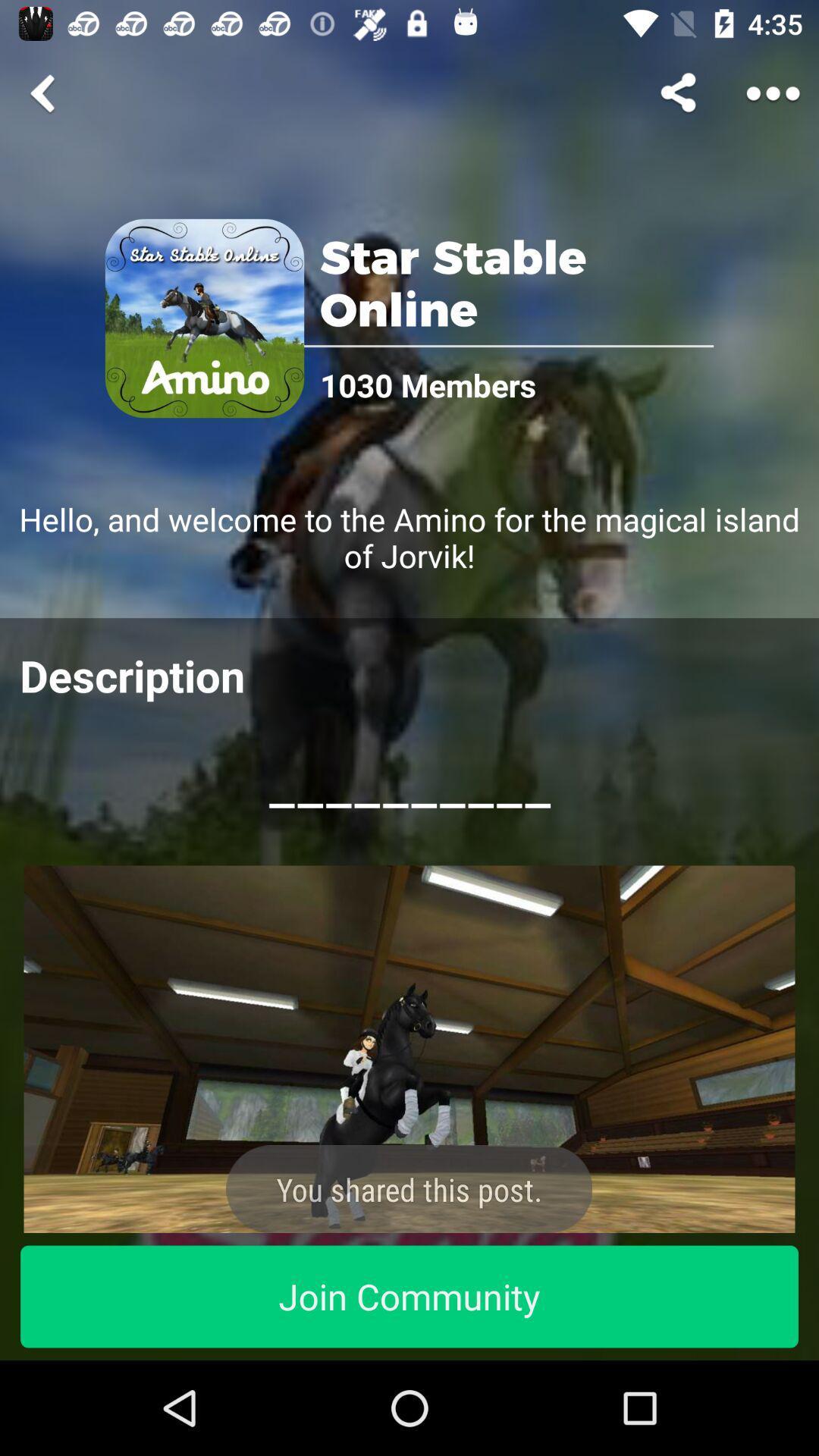  I want to click on the share icon, so click(680, 93).